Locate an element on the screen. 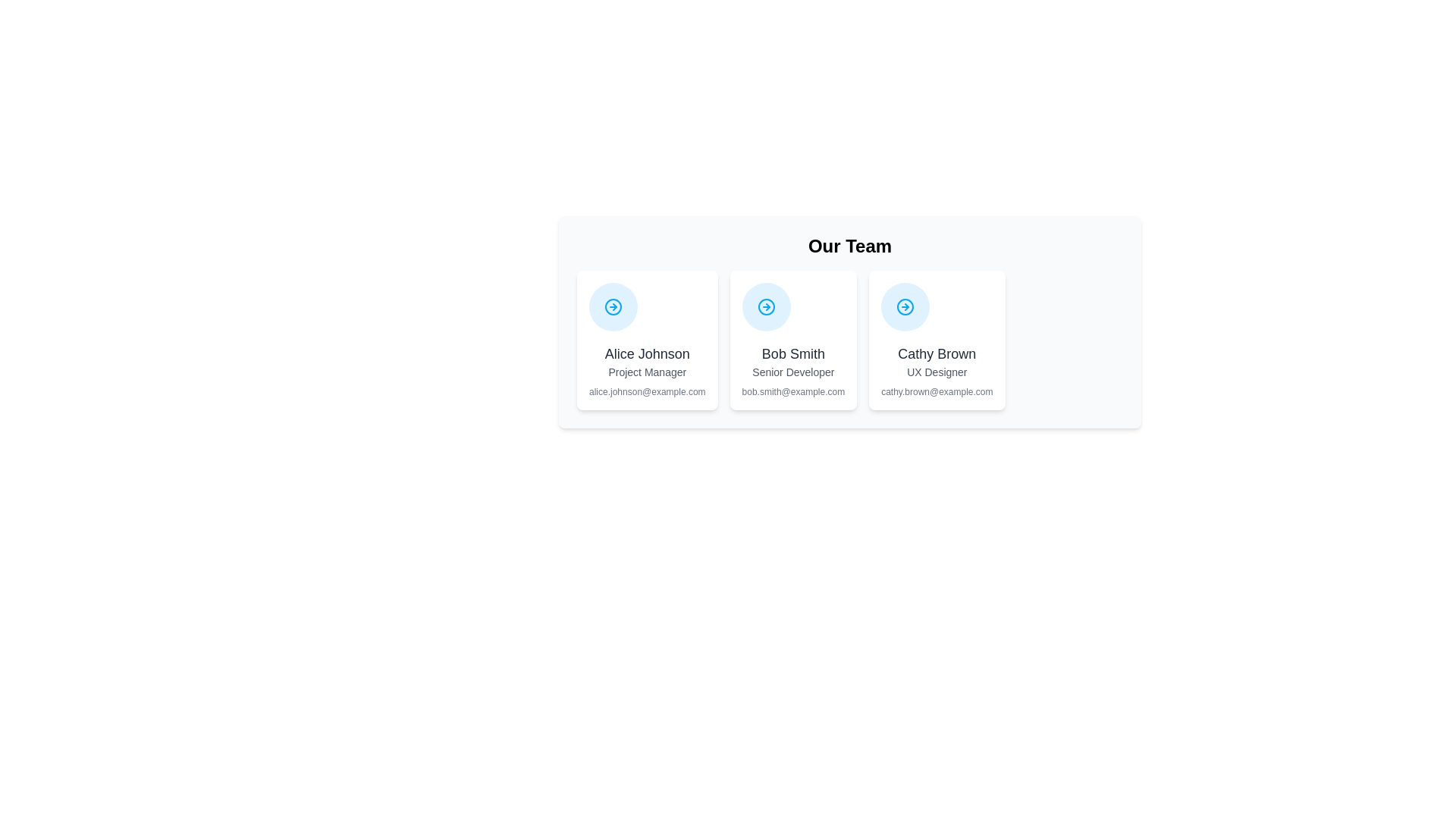 The image size is (1456, 819). the circular shape within the 'Circle-Arrow-Right' icon button for Bob Smith, located in the second team member card in the 'Our Team' section is located at coordinates (766, 307).